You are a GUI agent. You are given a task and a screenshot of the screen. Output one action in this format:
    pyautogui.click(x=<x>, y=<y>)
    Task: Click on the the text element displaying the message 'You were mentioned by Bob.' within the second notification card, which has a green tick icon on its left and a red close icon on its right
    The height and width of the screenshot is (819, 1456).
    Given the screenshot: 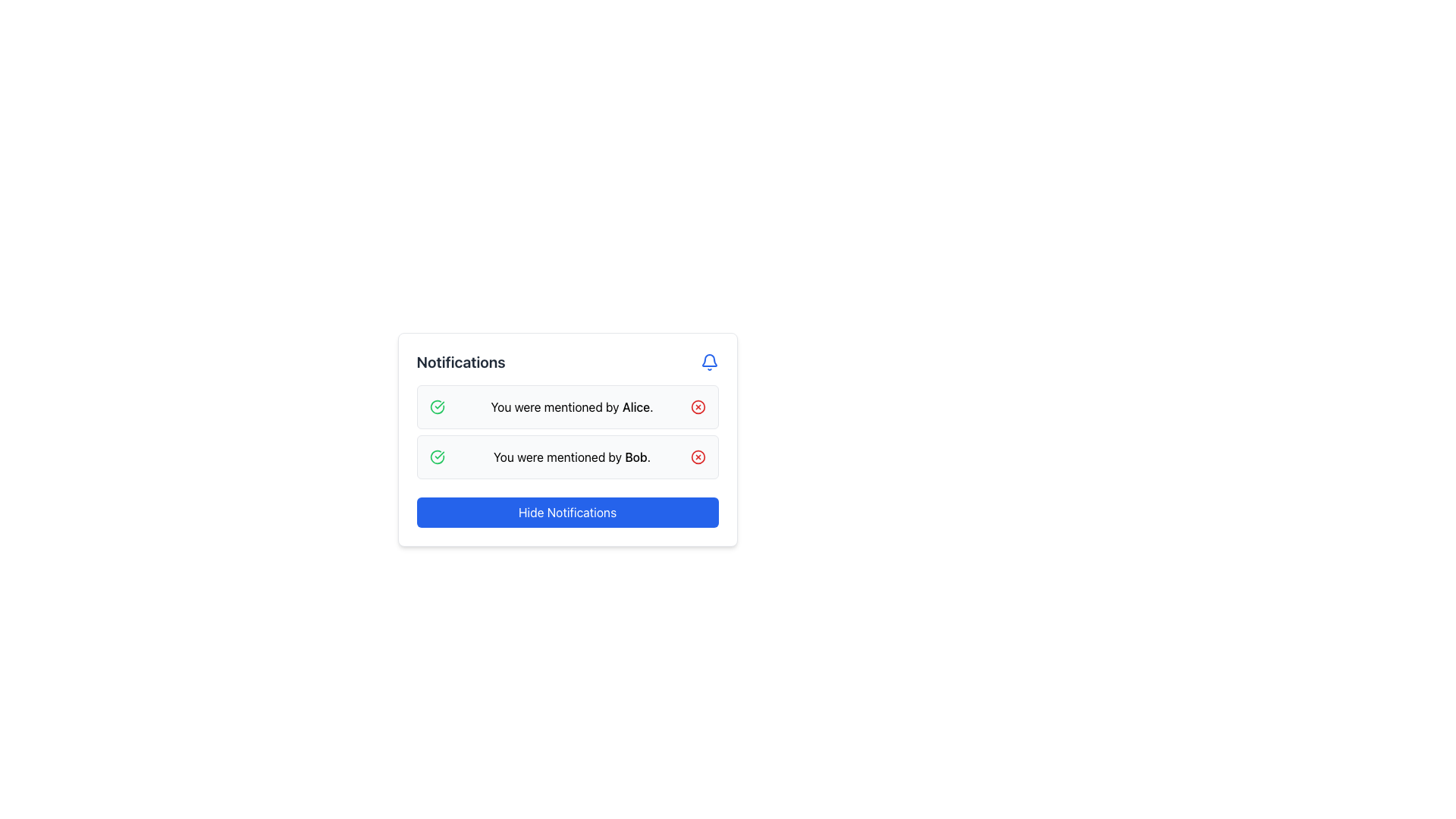 What is the action you would take?
    pyautogui.click(x=571, y=456)
    